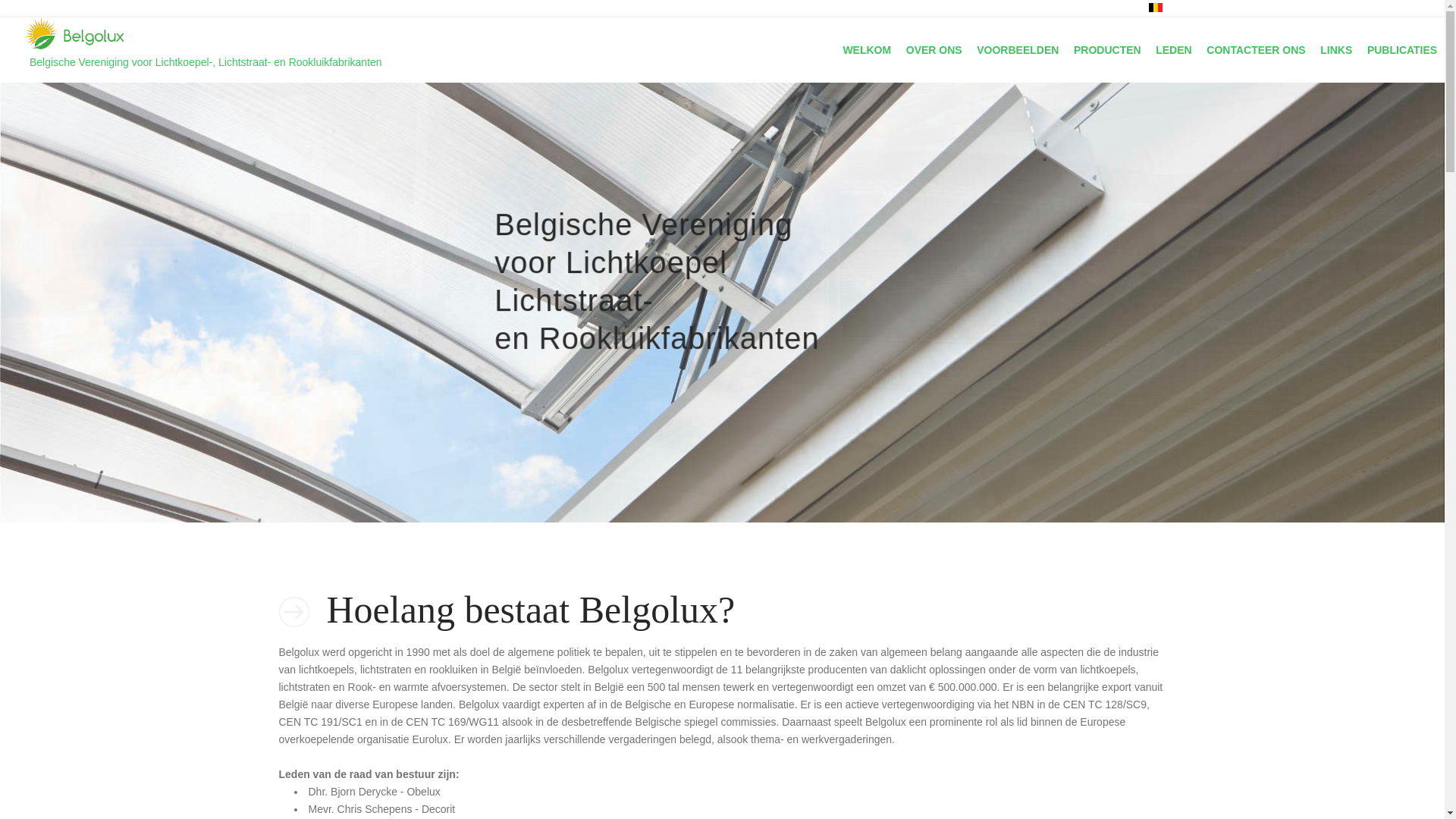 The height and width of the screenshot is (819, 1456). What do you see at coordinates (867, 49) in the screenshot?
I see `'WELKOM'` at bounding box center [867, 49].